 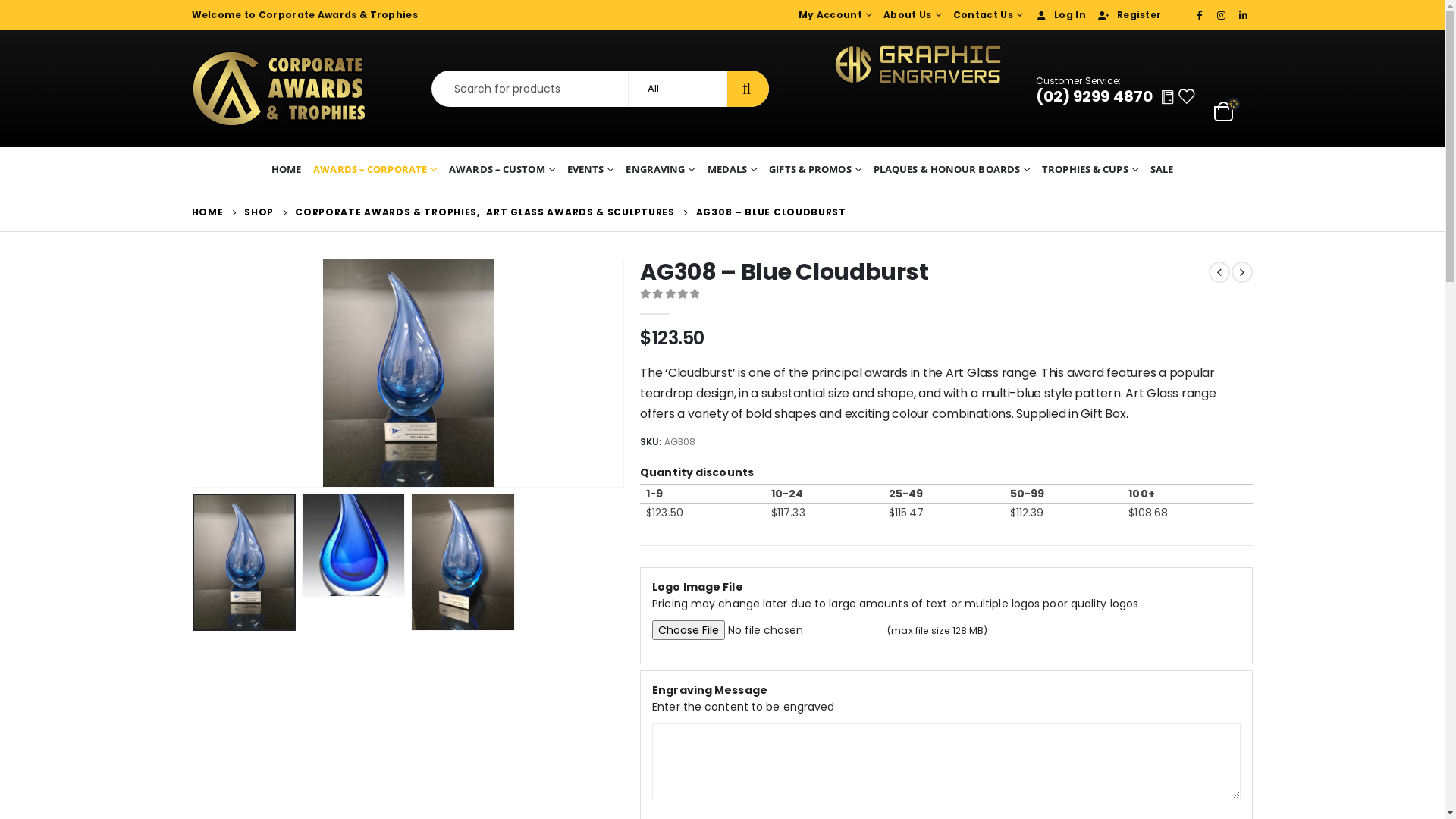 I want to click on 'PLAQUES & HONOUR BOARDS', so click(x=950, y=169).